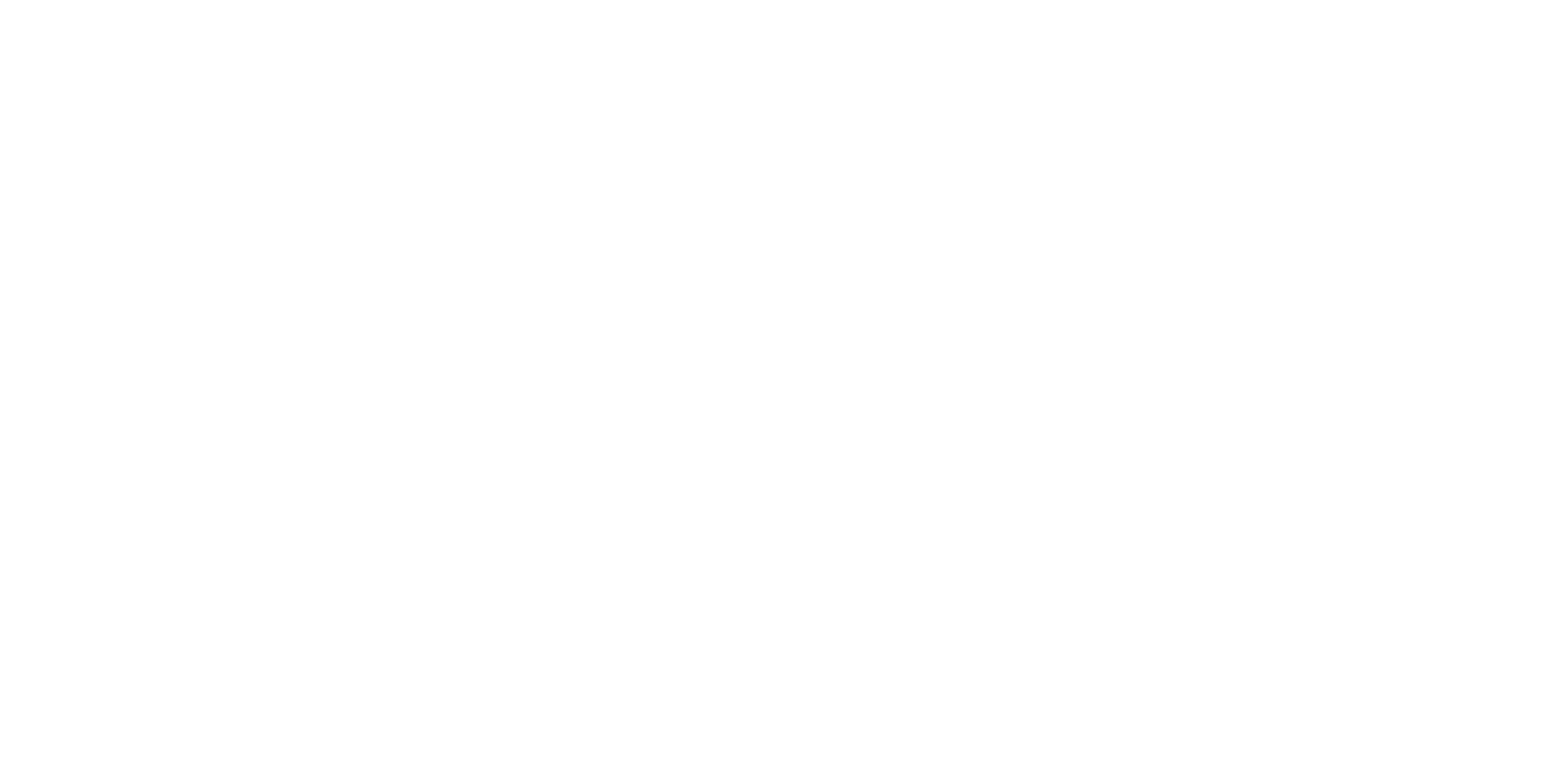 The height and width of the screenshot is (784, 1547). What do you see at coordinates (610, 605) in the screenshot?
I see `'Authors'` at bounding box center [610, 605].